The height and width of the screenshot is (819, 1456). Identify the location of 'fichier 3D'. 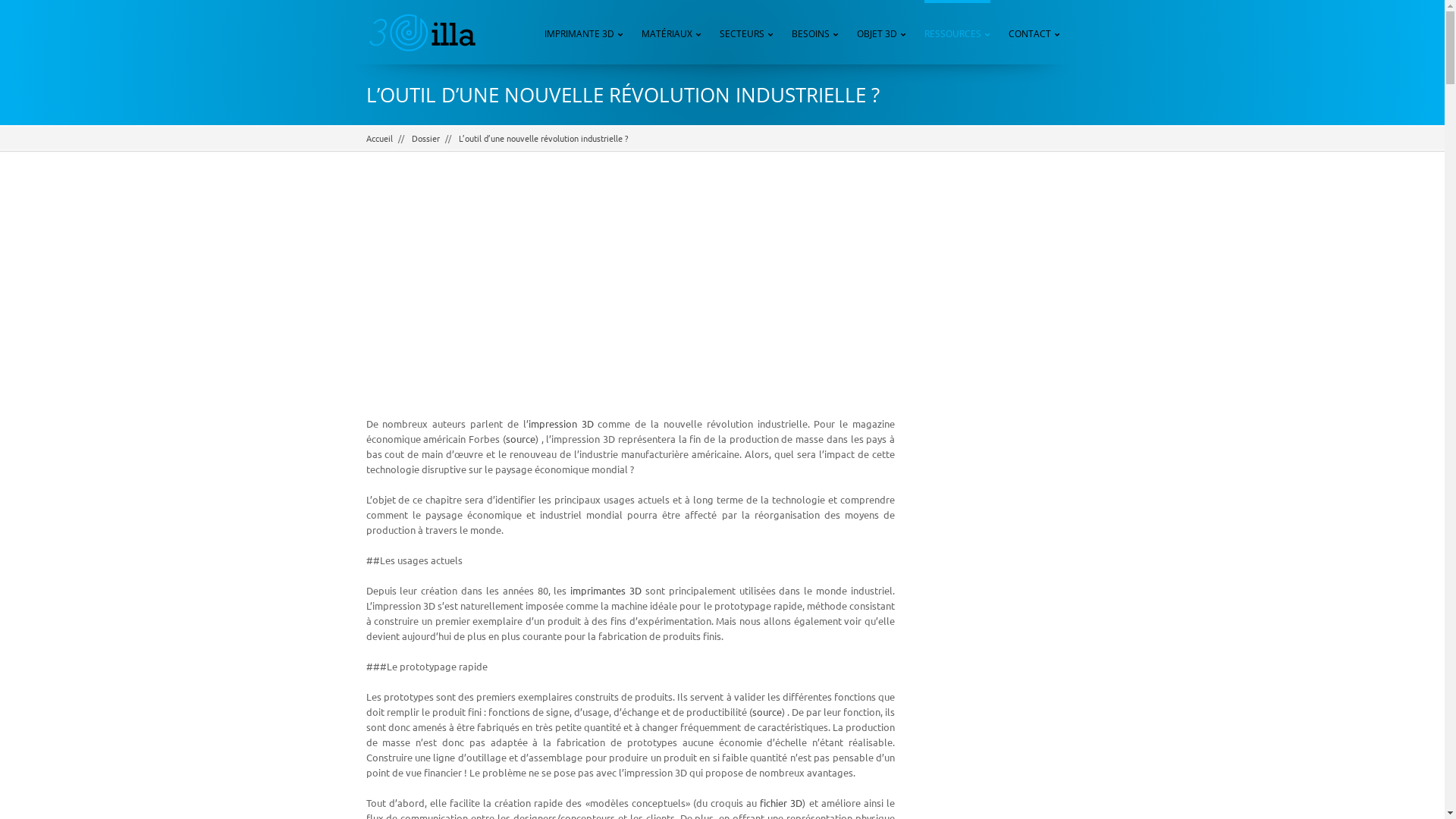
(760, 802).